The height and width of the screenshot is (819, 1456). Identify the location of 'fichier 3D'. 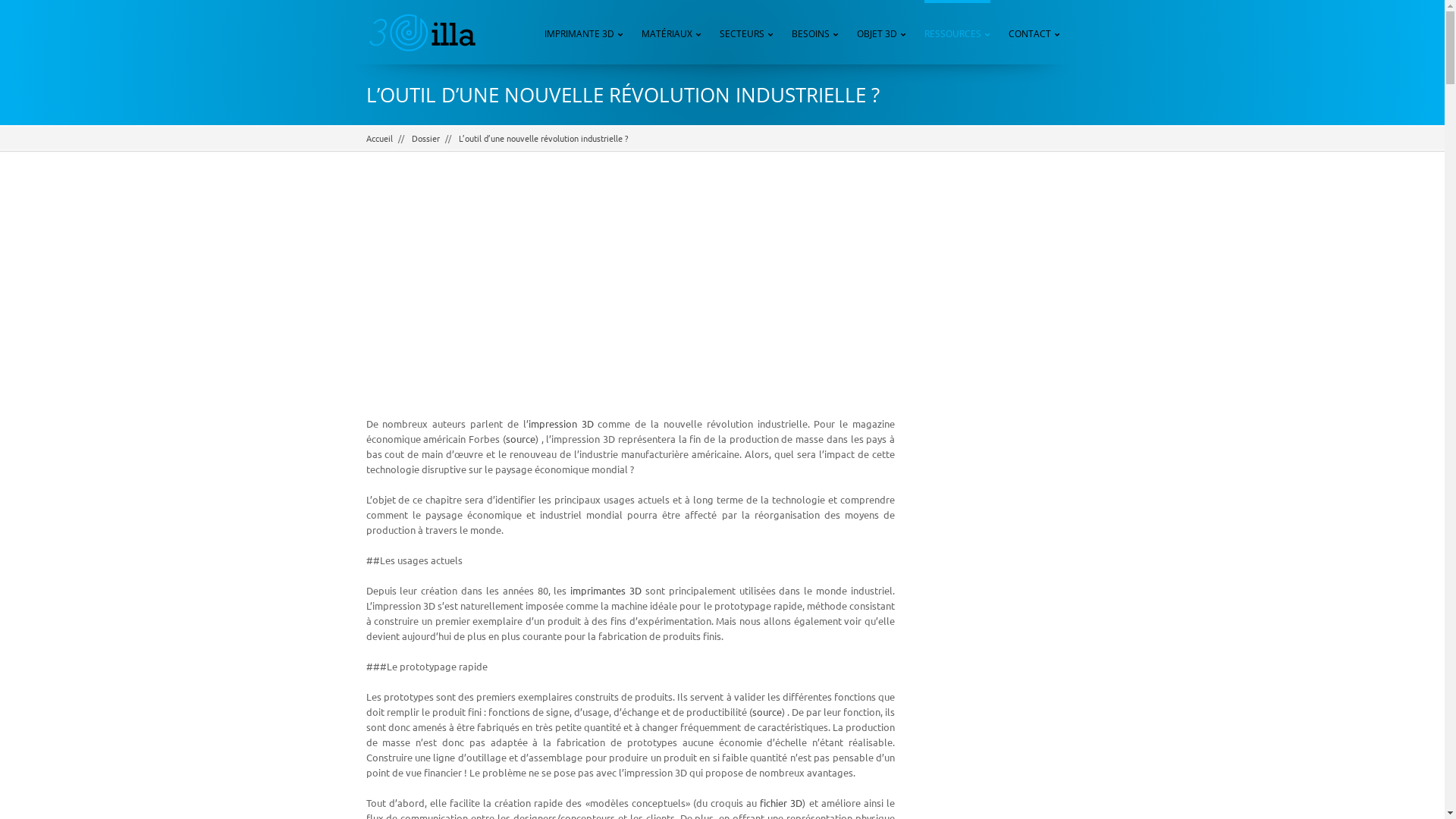
(760, 802).